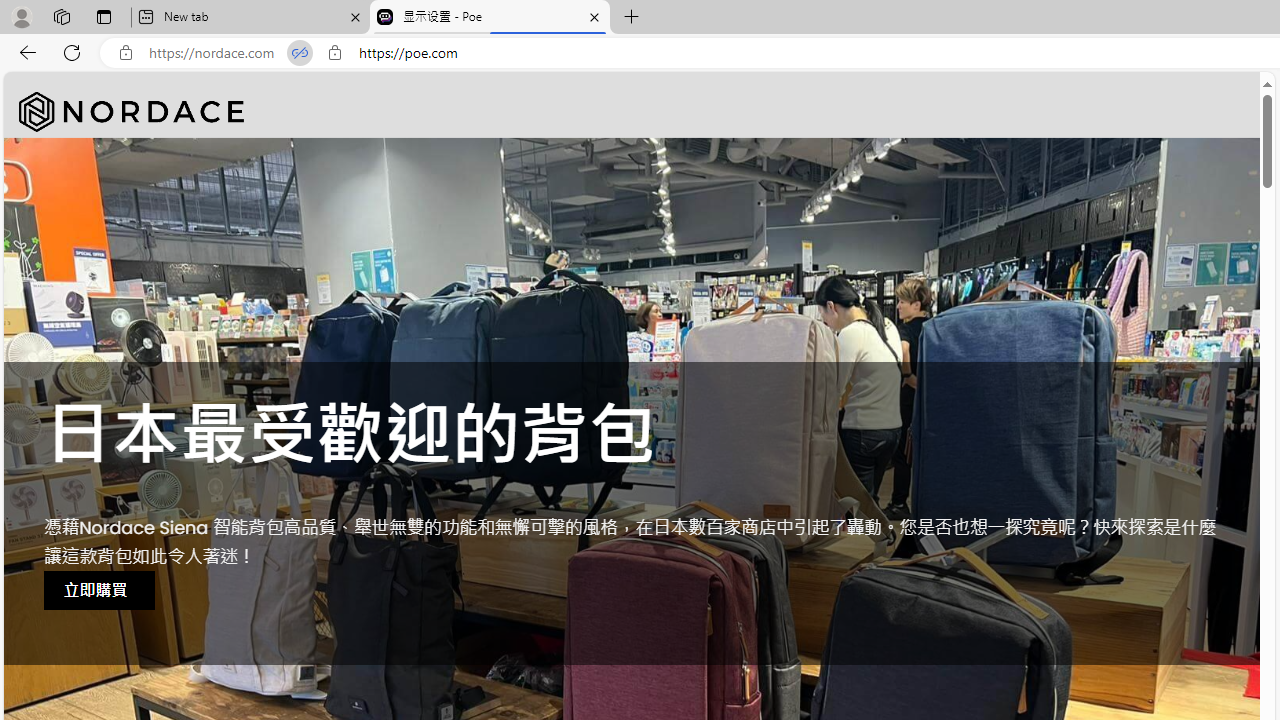 Image resolution: width=1280 pixels, height=720 pixels. I want to click on 'View site information', so click(334, 52).